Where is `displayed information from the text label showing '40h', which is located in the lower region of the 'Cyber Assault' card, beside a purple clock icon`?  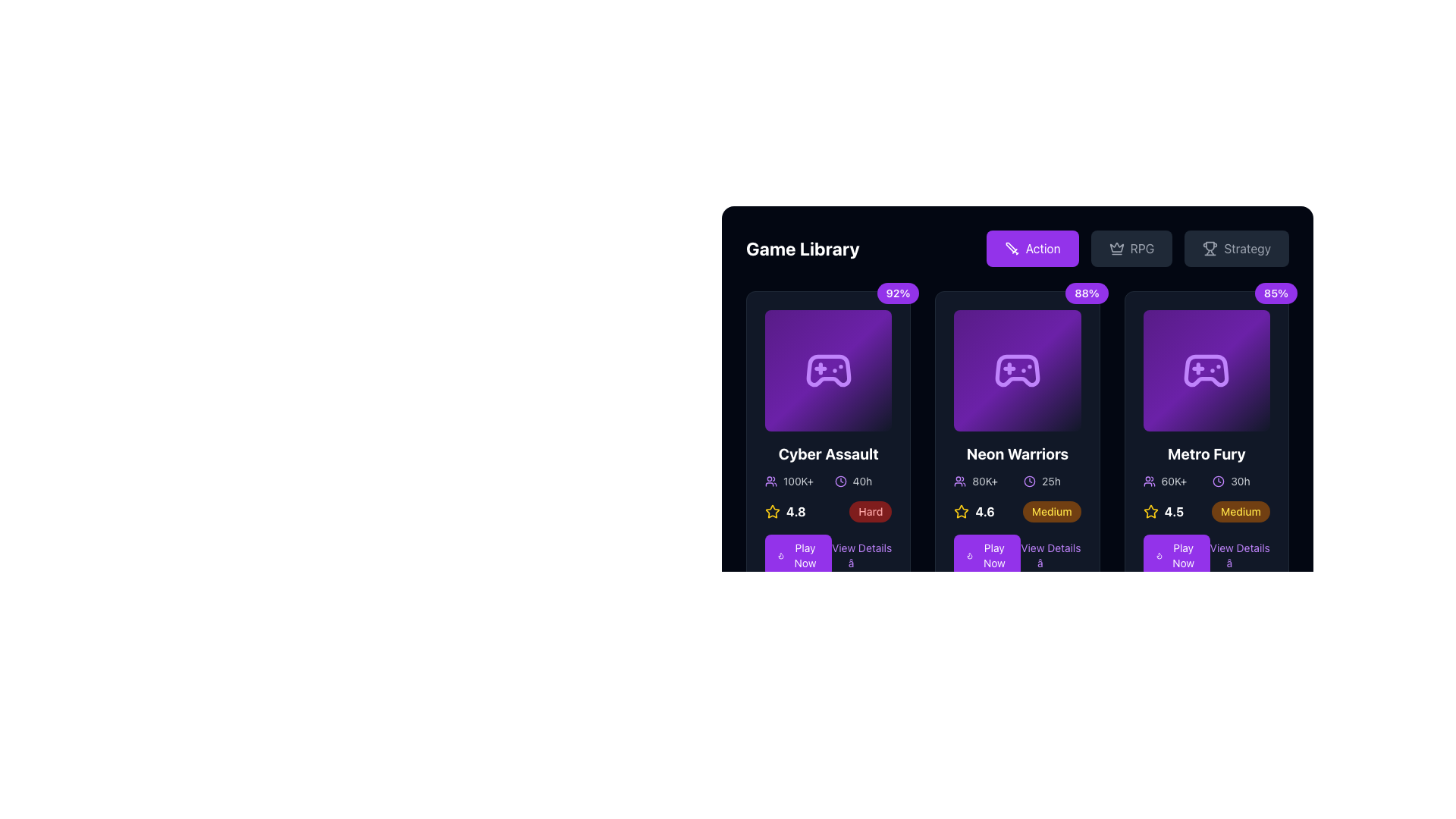
displayed information from the text label showing '40h', which is located in the lower region of the 'Cyber Assault' card, beside a purple clock icon is located at coordinates (862, 482).